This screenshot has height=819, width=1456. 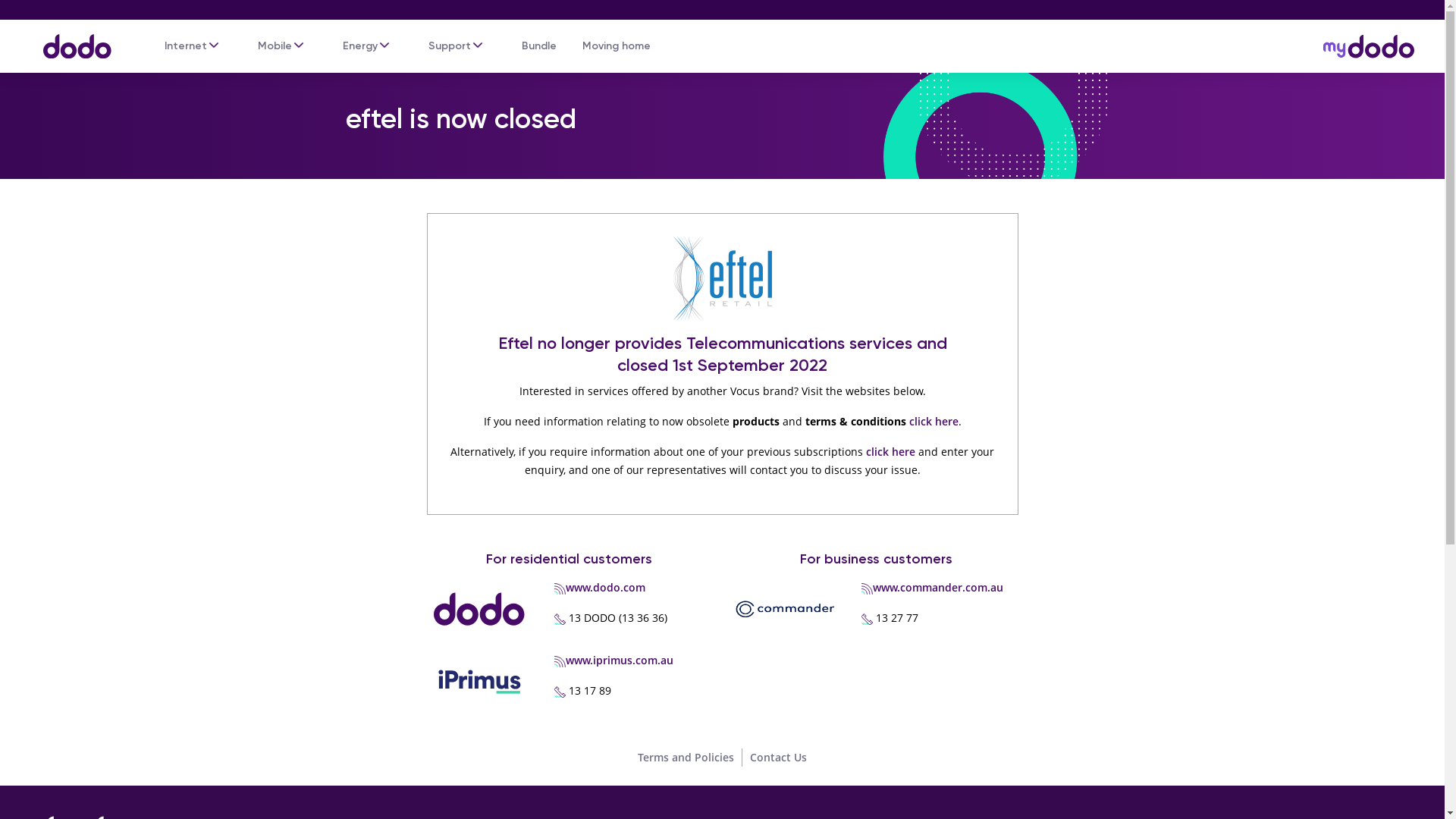 I want to click on 'Contact Us', so click(x=778, y=757).